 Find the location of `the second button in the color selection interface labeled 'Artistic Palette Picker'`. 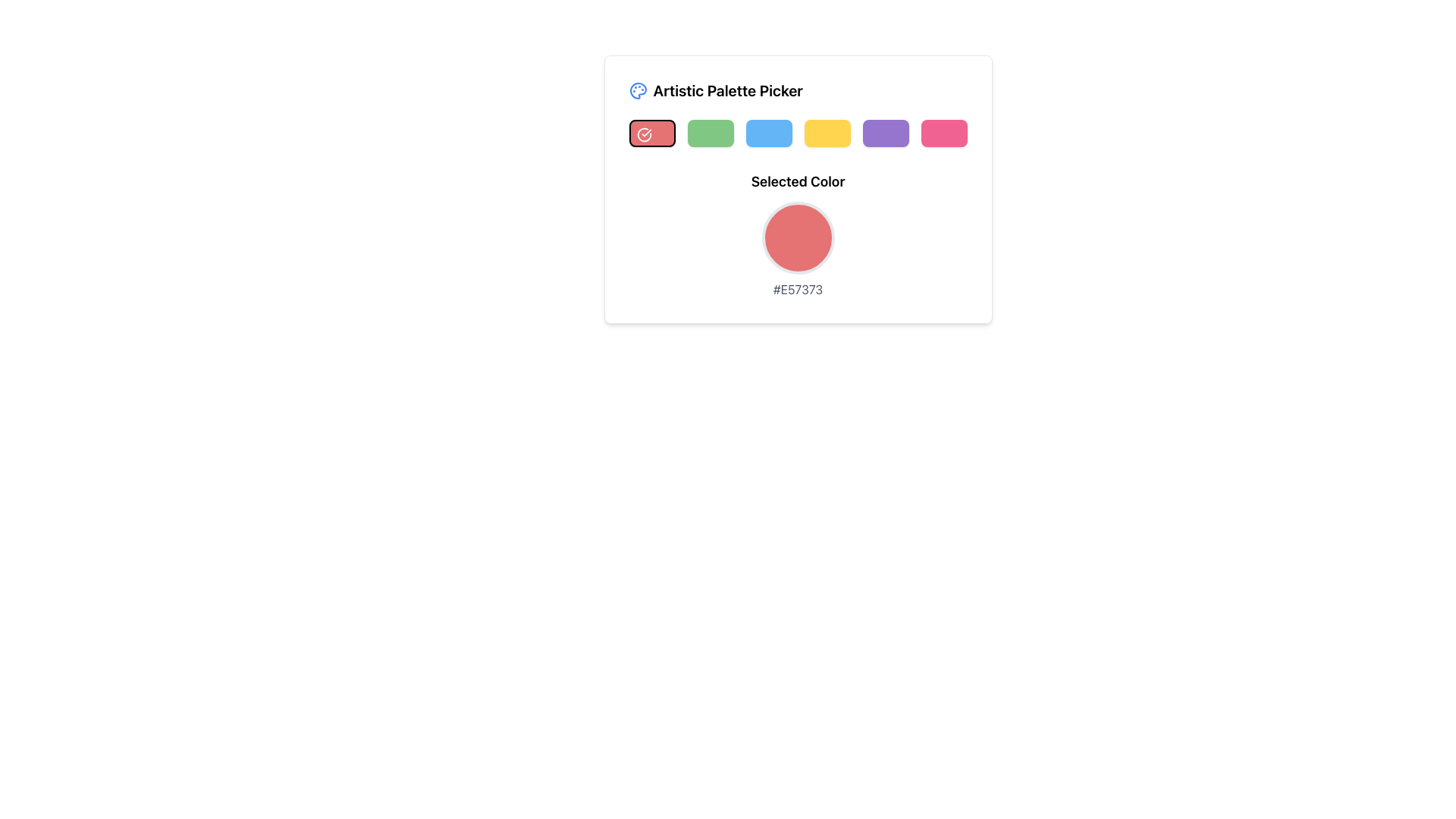

the second button in the color selection interface labeled 'Artistic Palette Picker' is located at coordinates (709, 133).